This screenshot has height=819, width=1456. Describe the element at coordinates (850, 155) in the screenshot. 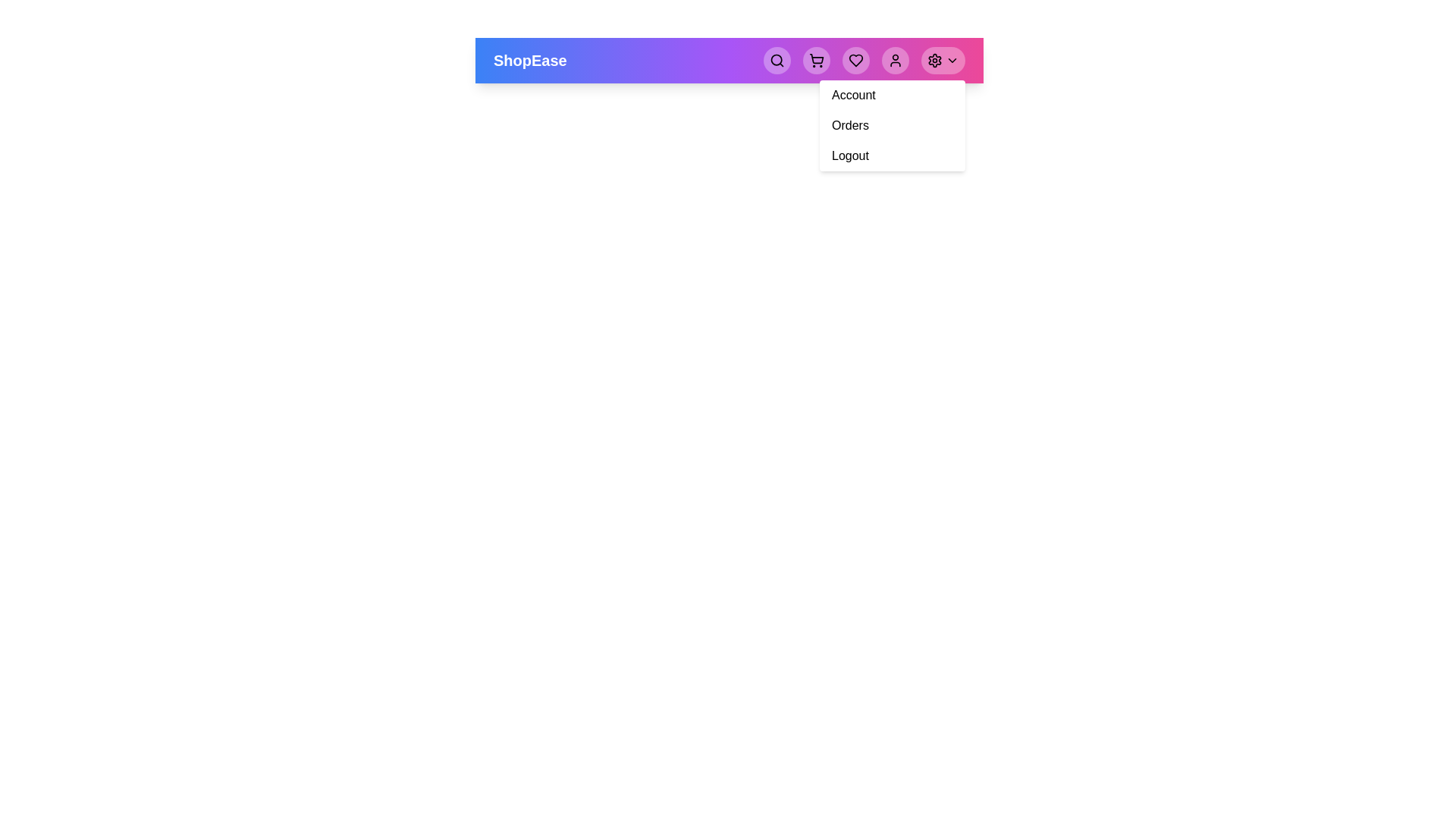

I see `the 'Logout' option in the menu` at that location.